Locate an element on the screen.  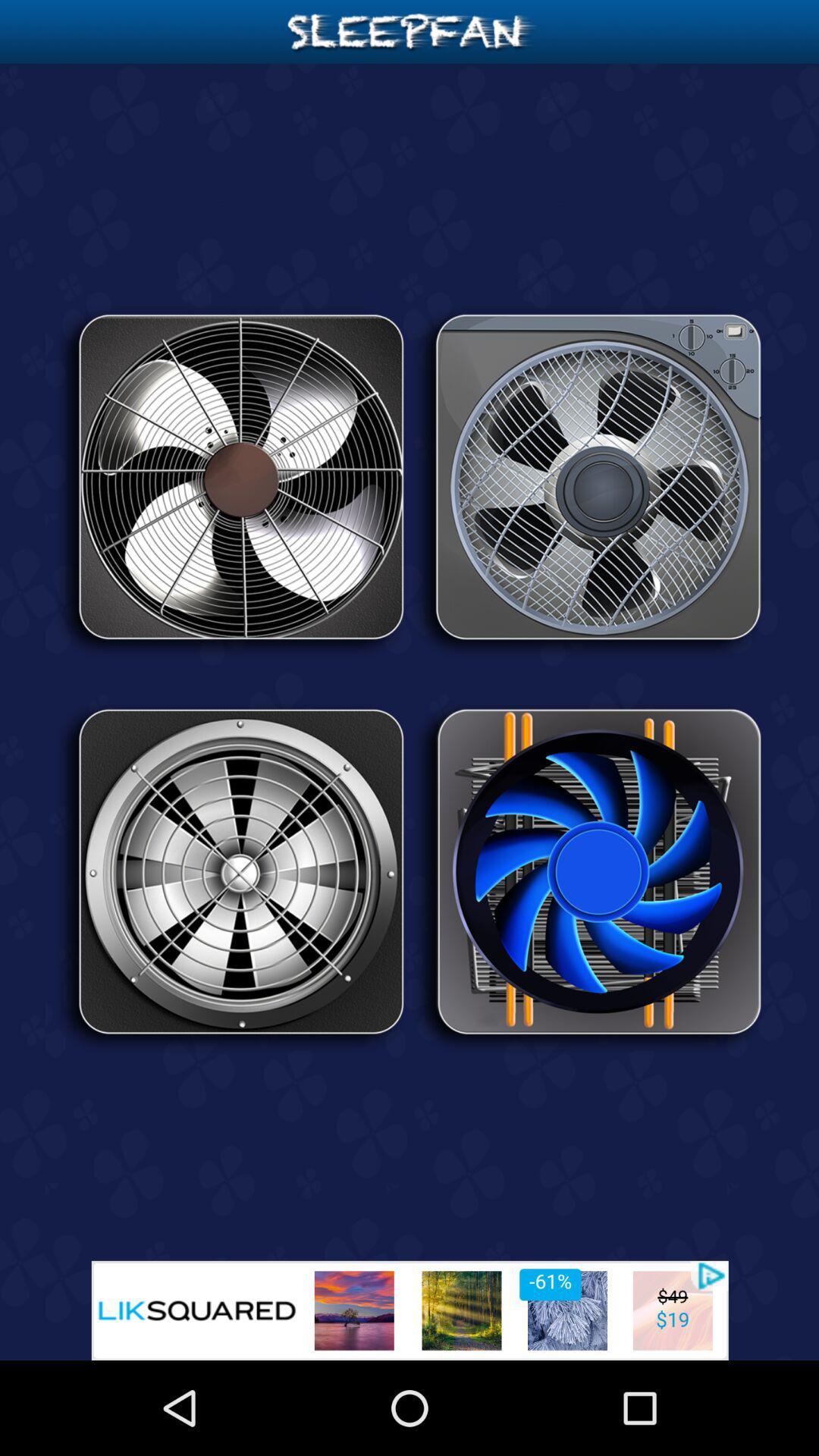
changes the rate and sound of the fan blowing is located at coordinates (587, 877).